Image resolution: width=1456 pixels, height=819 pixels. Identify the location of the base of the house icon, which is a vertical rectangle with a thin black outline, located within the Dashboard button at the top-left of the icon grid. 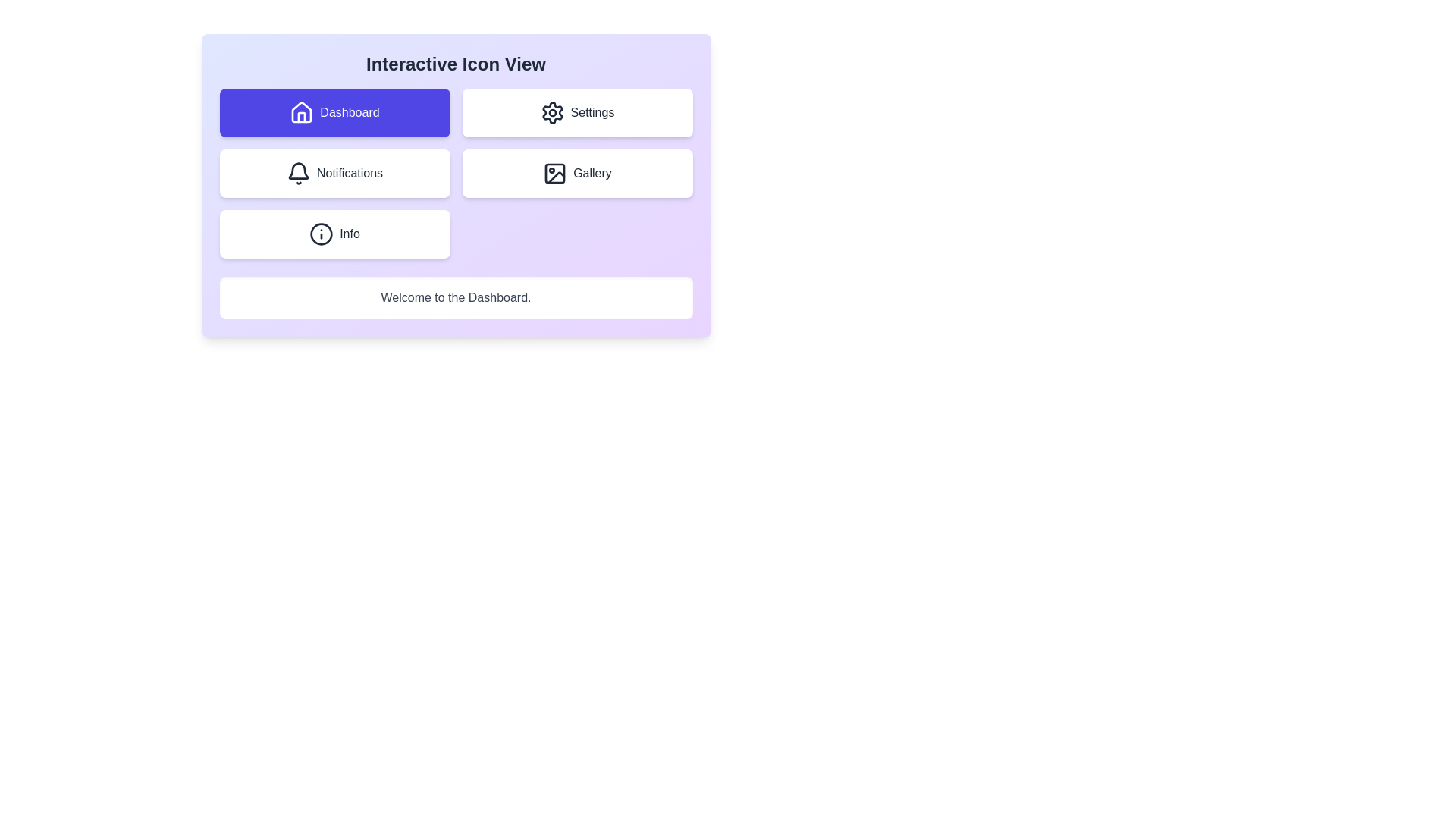
(302, 116).